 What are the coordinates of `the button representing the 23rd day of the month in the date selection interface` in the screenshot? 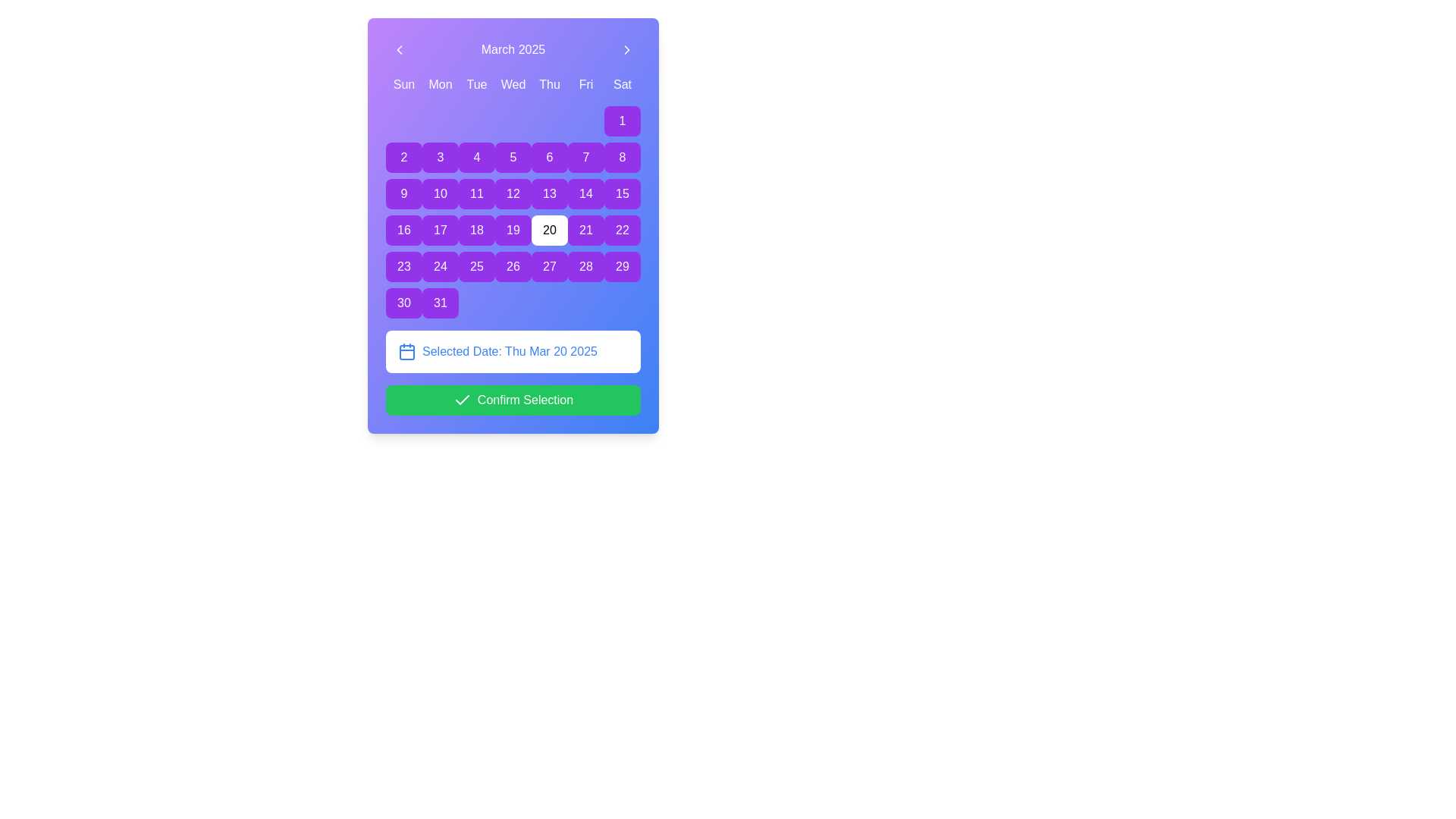 It's located at (403, 265).